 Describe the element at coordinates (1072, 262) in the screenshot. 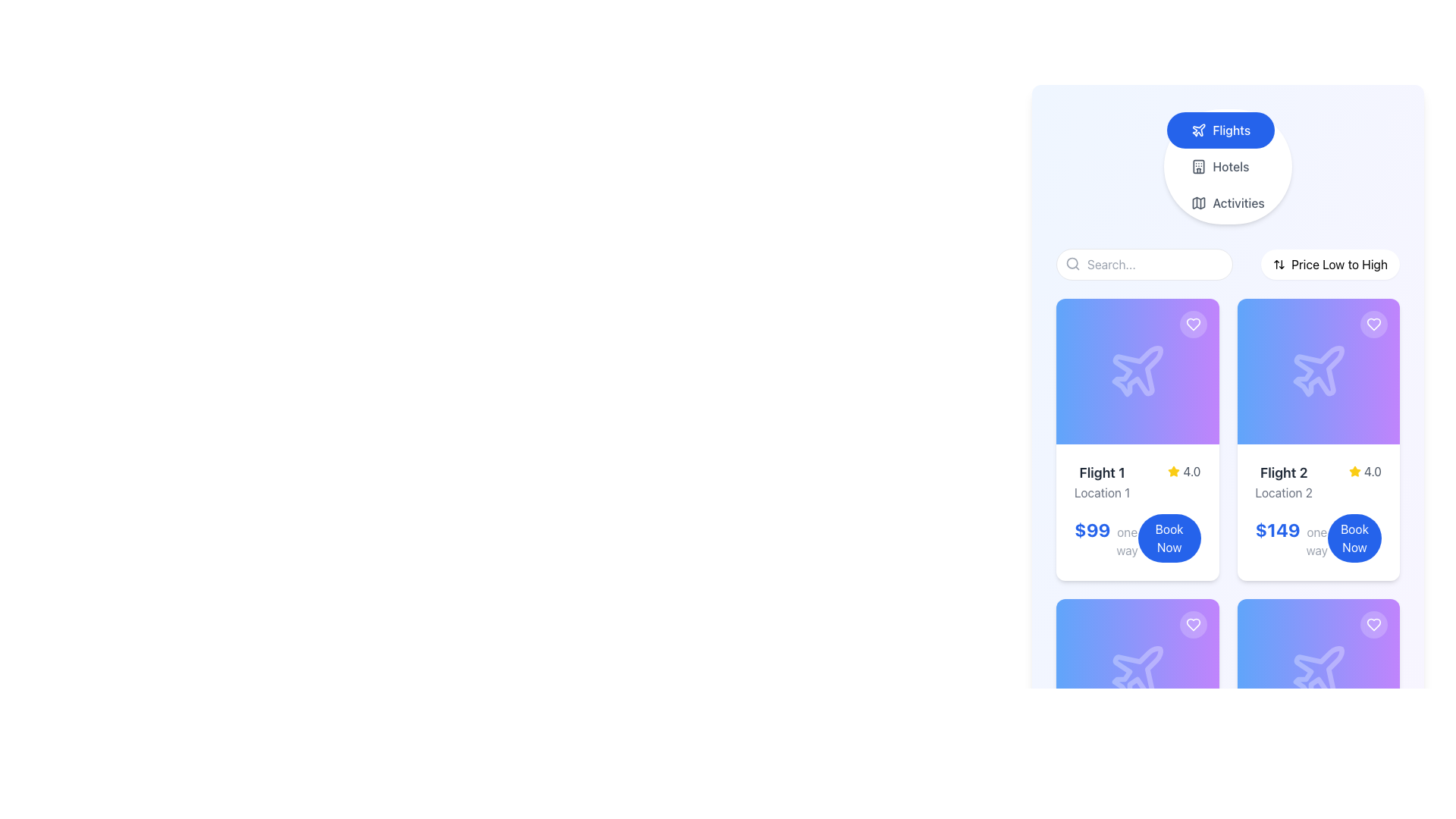

I see `the search icon resembling a magnifying glass, which is gray and positioned to the left of the search text input field` at that location.